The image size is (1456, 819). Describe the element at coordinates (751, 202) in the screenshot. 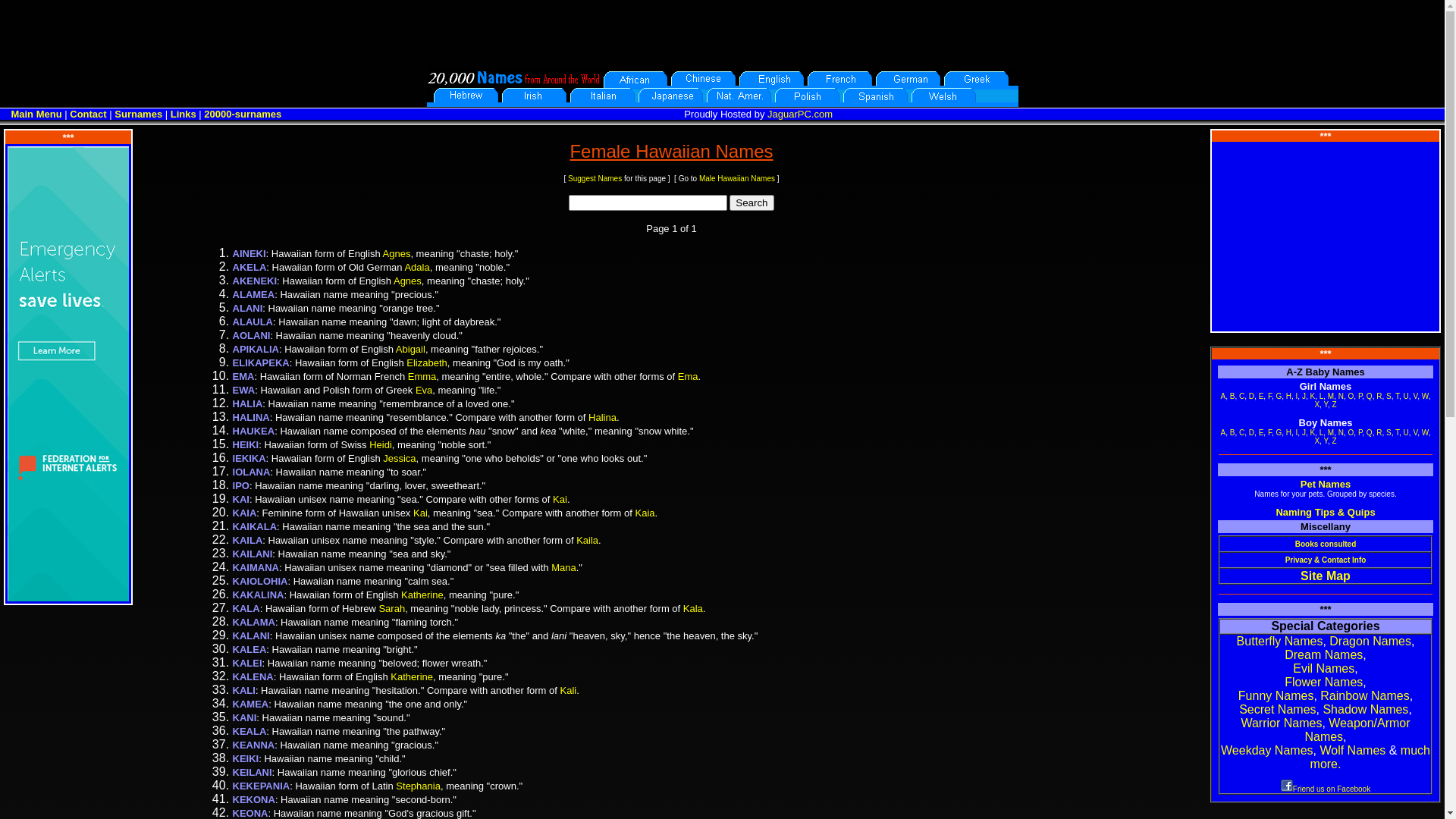

I see `'Search'` at that location.